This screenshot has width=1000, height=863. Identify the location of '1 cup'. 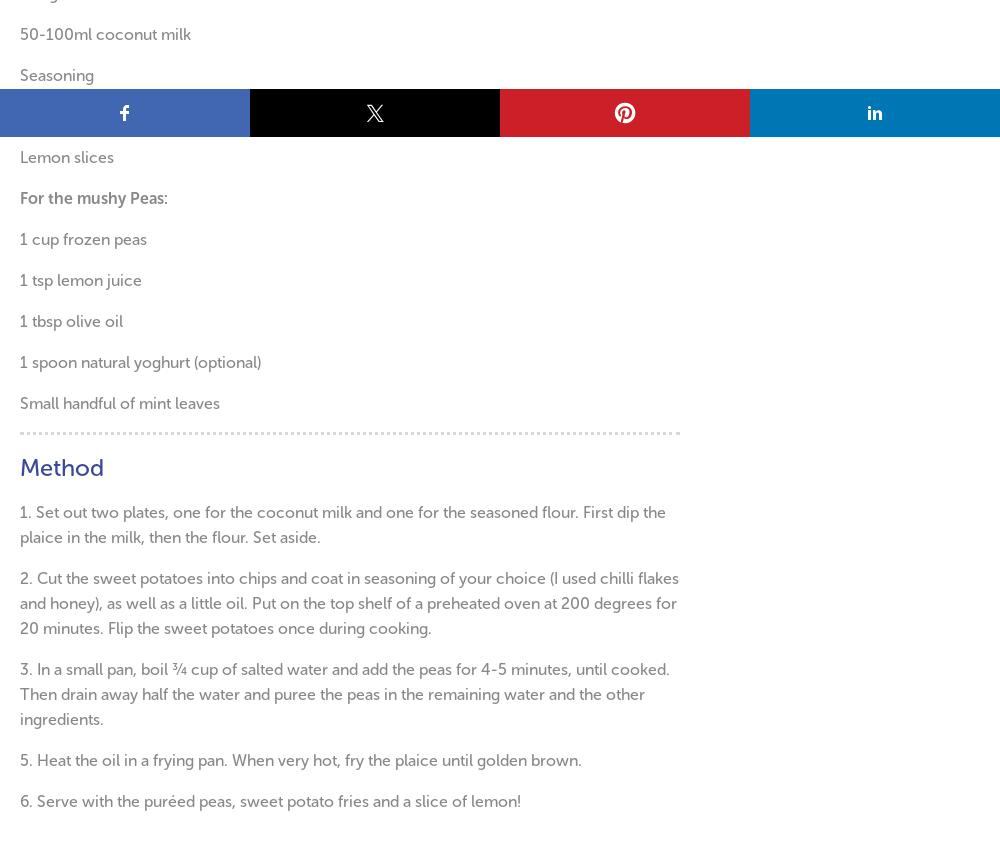
(41, 238).